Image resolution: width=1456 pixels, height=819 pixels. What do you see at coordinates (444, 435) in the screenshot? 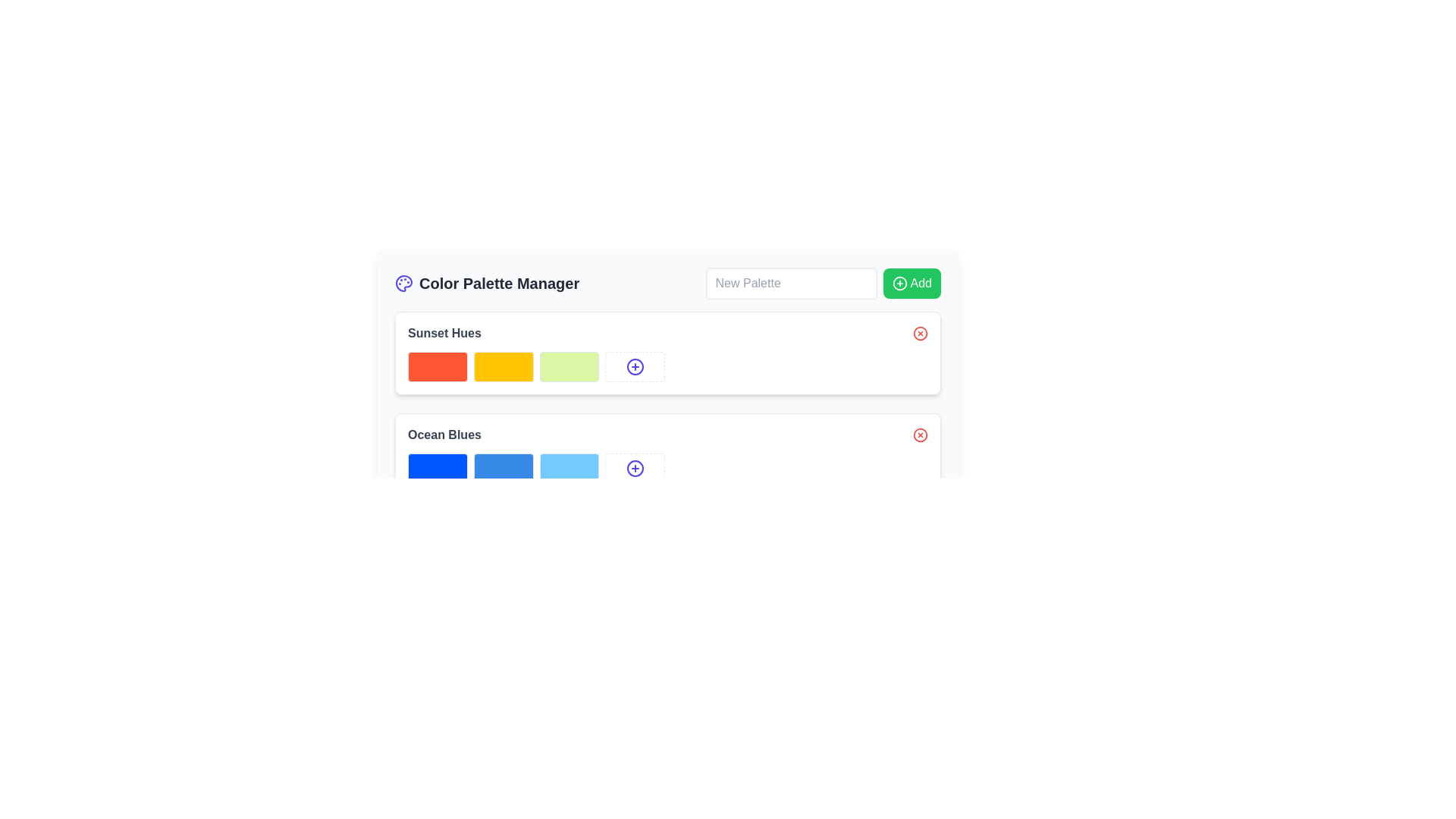
I see `the 'Ocean Blues' text label, which serves as the title for a color palette` at bounding box center [444, 435].